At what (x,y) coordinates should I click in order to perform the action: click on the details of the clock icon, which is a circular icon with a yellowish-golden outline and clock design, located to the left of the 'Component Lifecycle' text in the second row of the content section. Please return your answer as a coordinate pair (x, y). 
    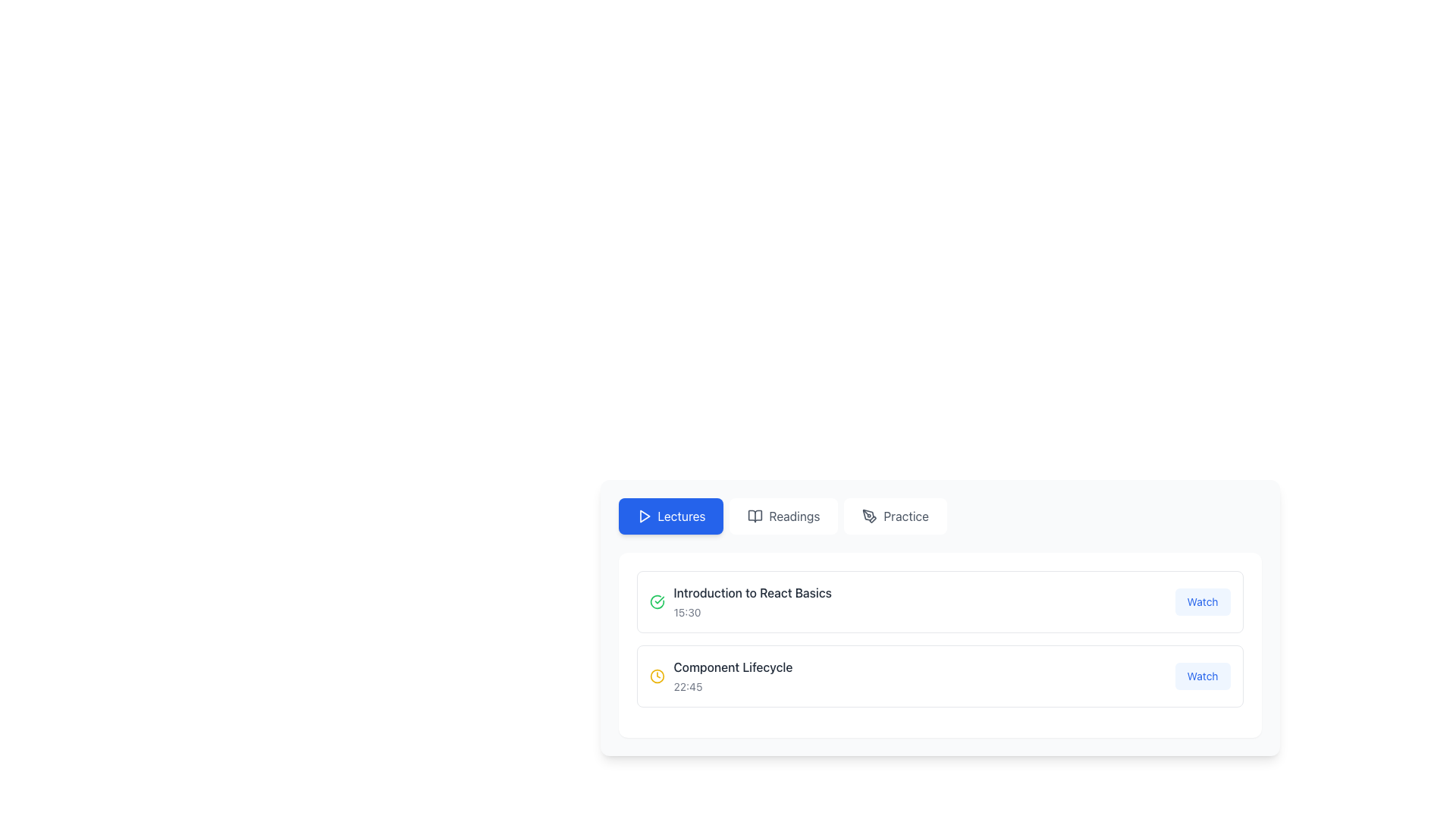
    Looking at the image, I should click on (657, 675).